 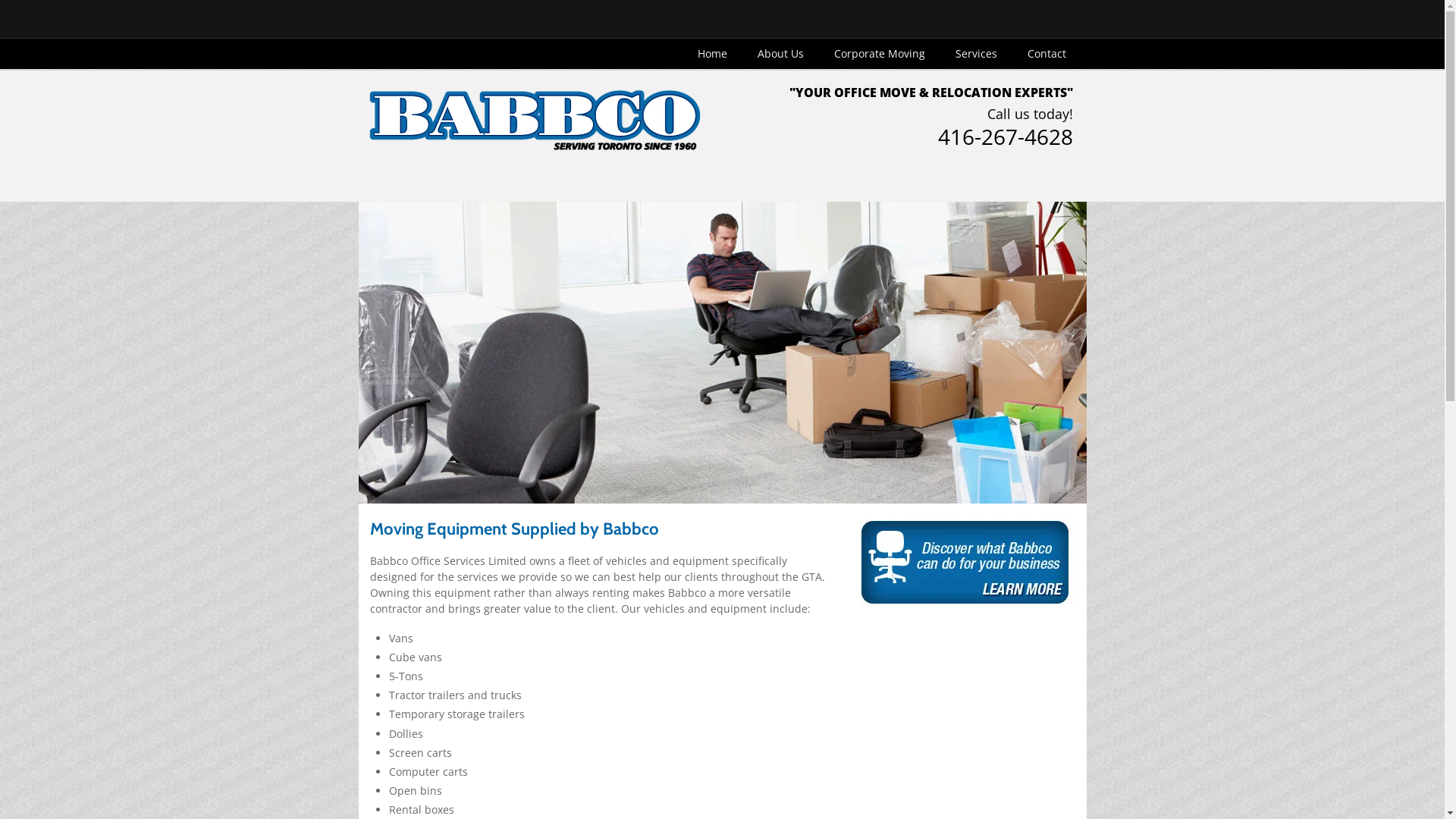 What do you see at coordinates (742, 52) in the screenshot?
I see `'About Us'` at bounding box center [742, 52].